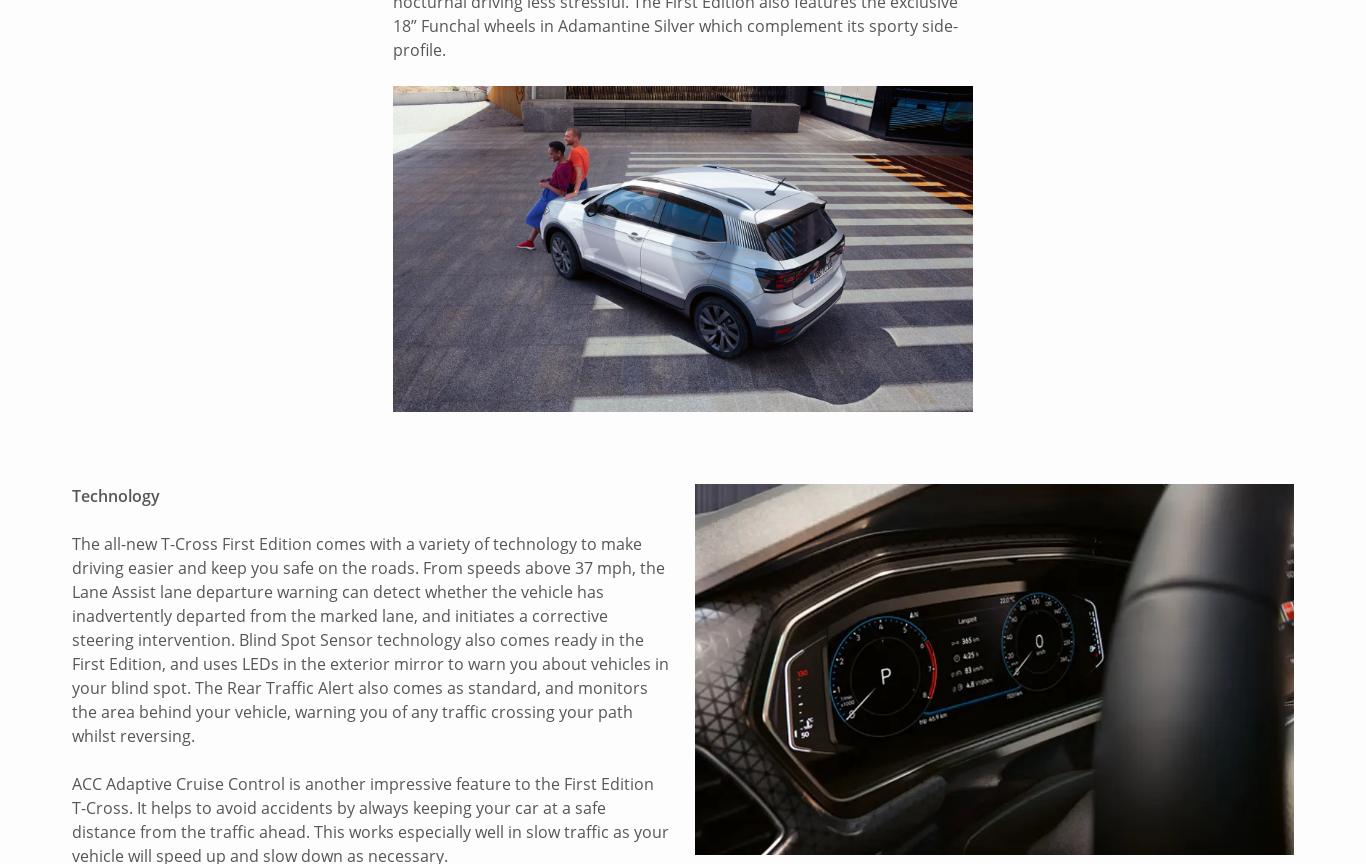 The height and width of the screenshot is (864, 1366). What do you see at coordinates (118, 592) in the screenshot?
I see `'Volkswagen'` at bounding box center [118, 592].